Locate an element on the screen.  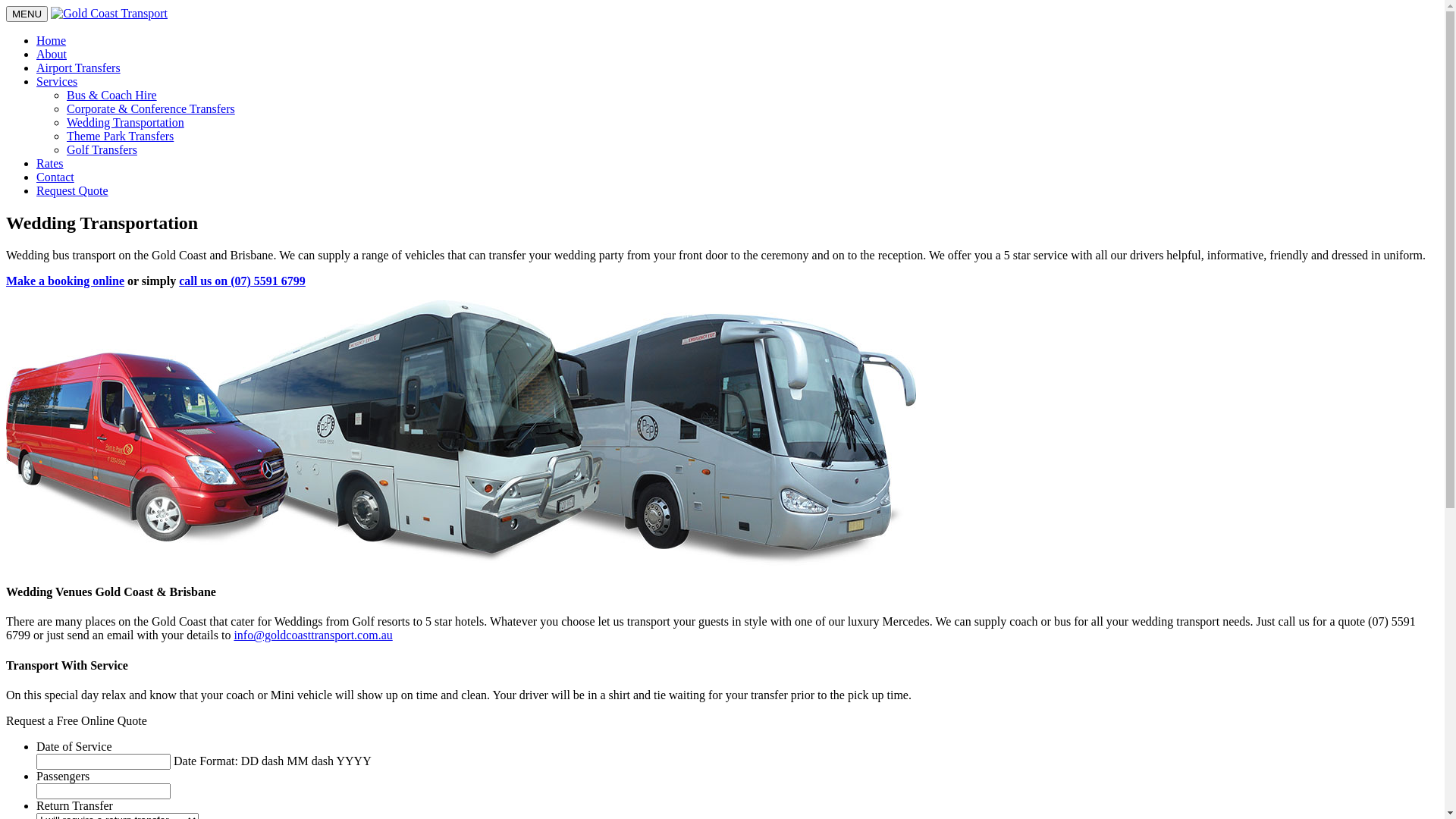
'Golf Transfers' is located at coordinates (101, 149).